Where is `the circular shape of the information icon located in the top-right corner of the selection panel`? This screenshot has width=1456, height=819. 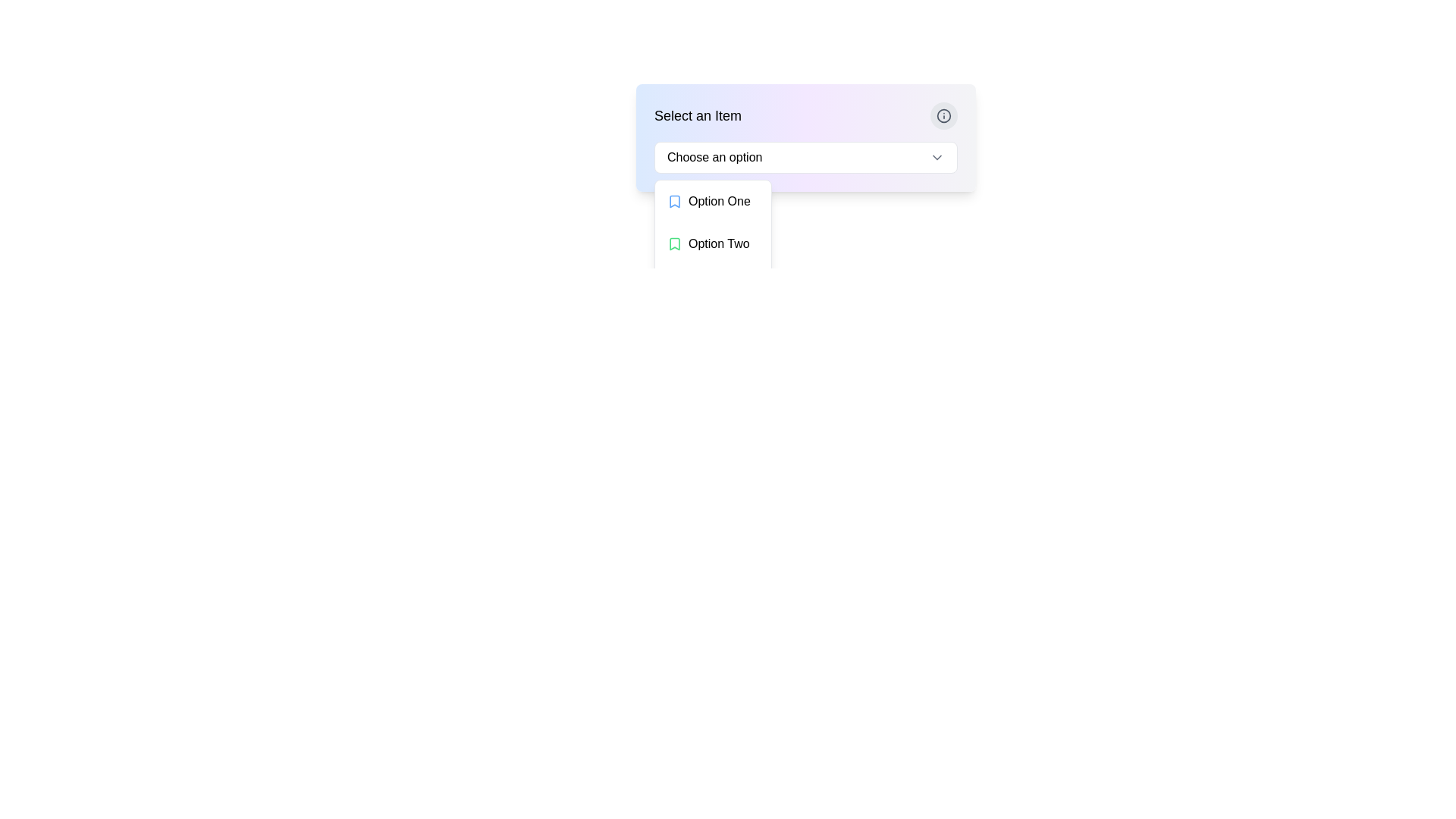 the circular shape of the information icon located in the top-right corner of the selection panel is located at coordinates (943, 115).